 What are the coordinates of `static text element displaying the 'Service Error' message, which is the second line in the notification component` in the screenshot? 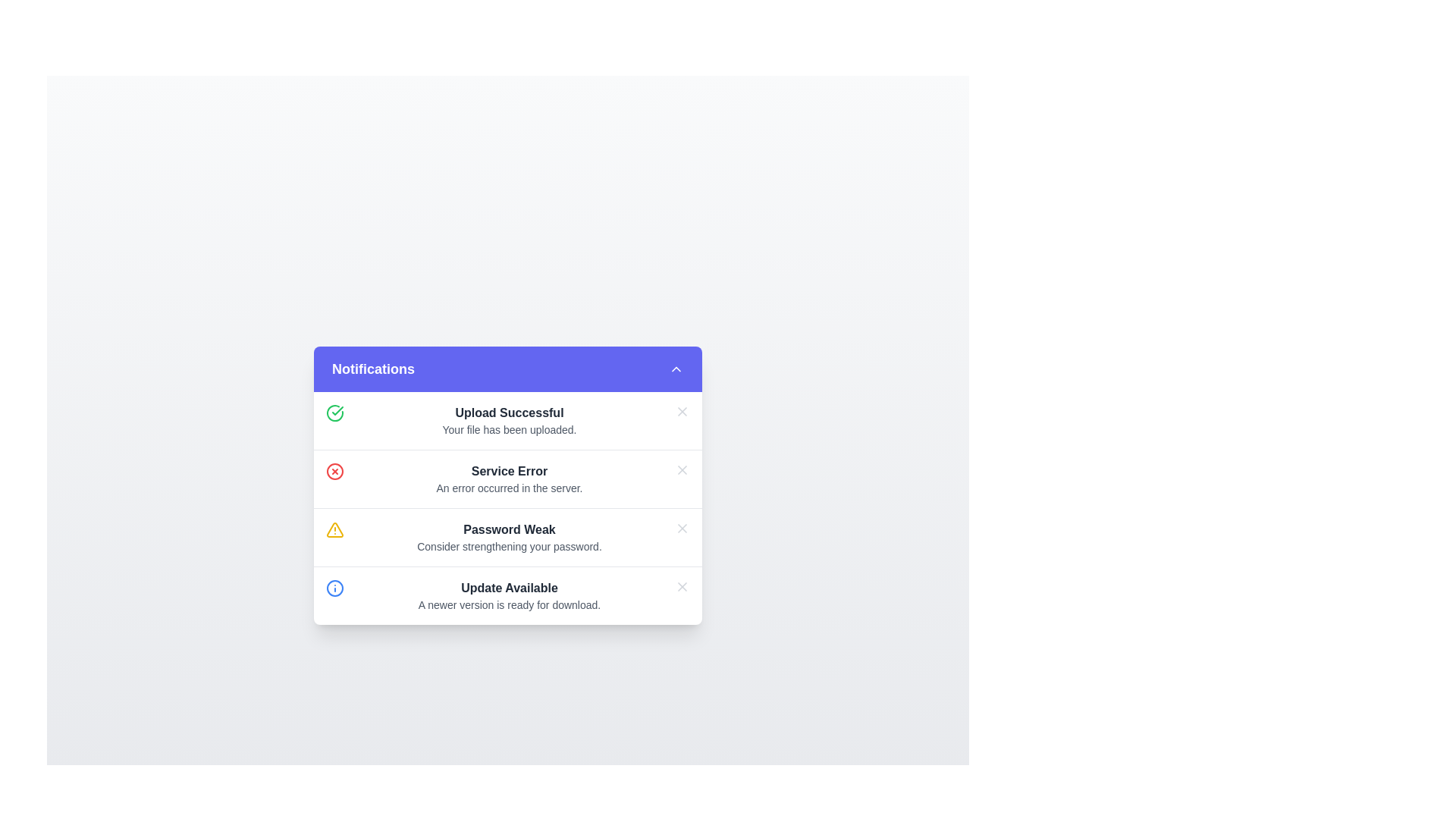 It's located at (510, 488).